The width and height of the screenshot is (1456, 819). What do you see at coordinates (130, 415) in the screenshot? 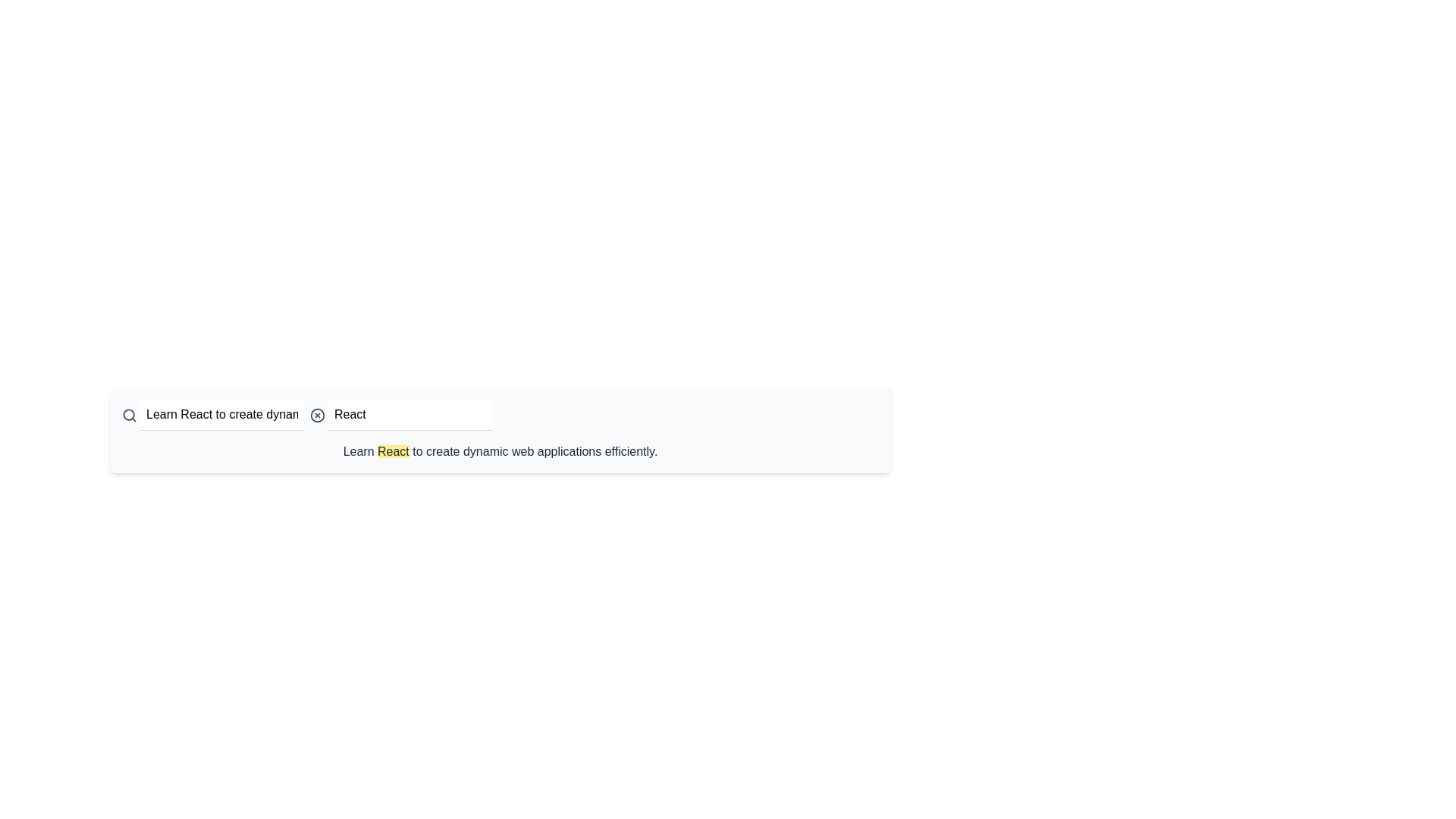
I see `the search icon located to the left of the text input field` at bounding box center [130, 415].